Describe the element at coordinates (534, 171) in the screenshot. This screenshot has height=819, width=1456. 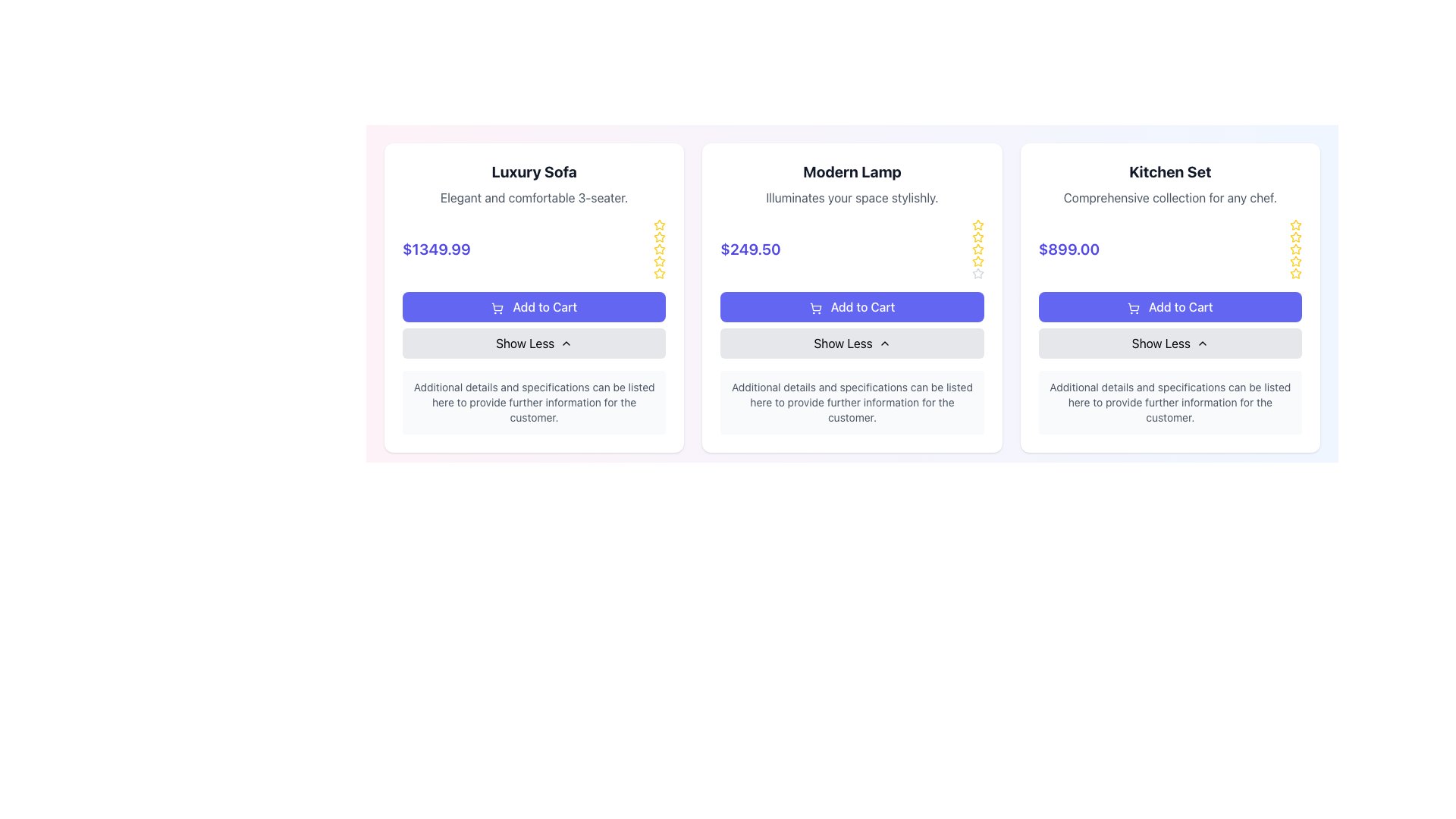
I see `text from the 'Luxury Sofa' label, which is a prominent text element at the top of the product card for a luxury sofa` at that location.